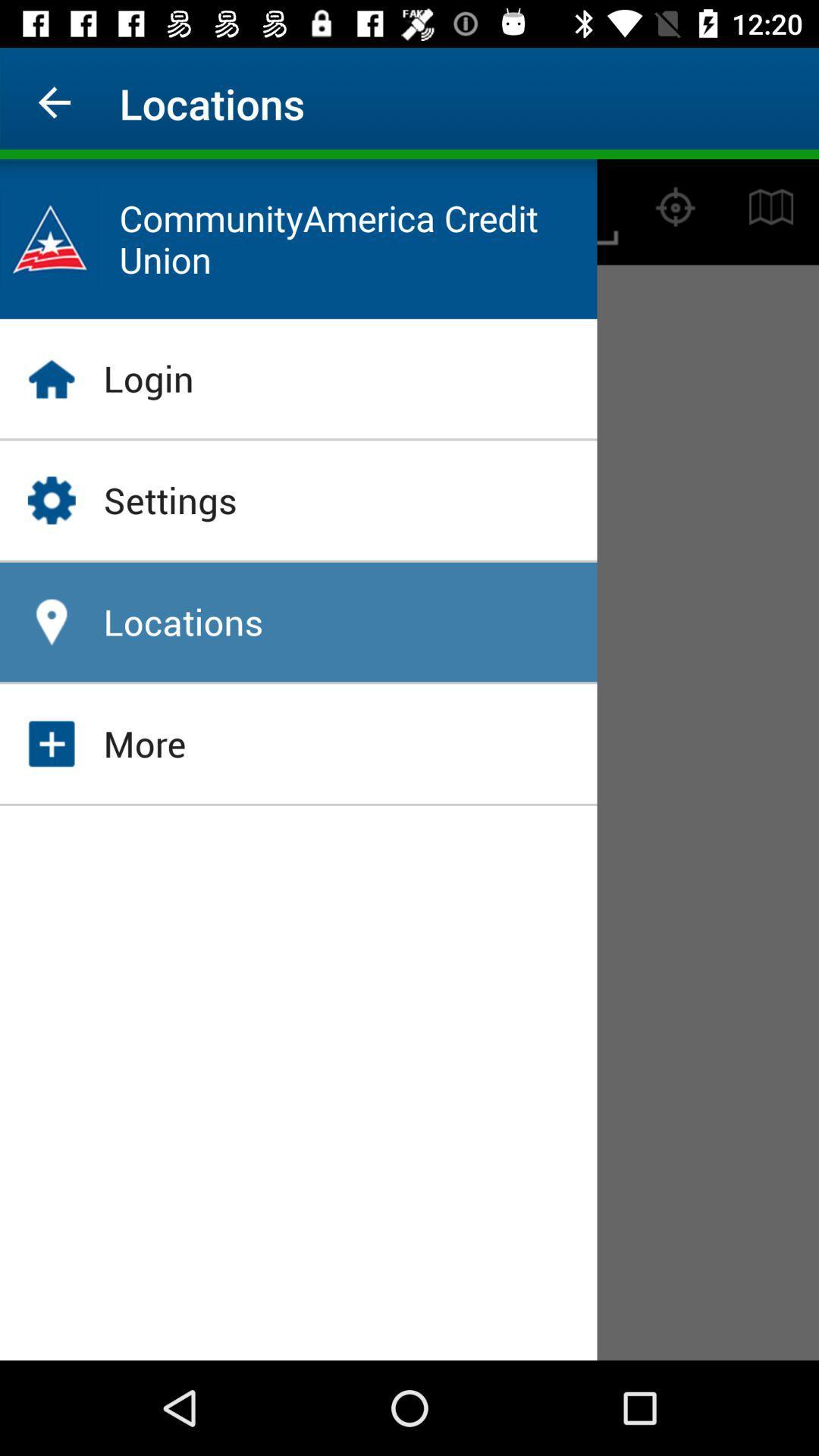 This screenshot has height=1456, width=819. What do you see at coordinates (675, 206) in the screenshot?
I see `the location_crosshair icon` at bounding box center [675, 206].